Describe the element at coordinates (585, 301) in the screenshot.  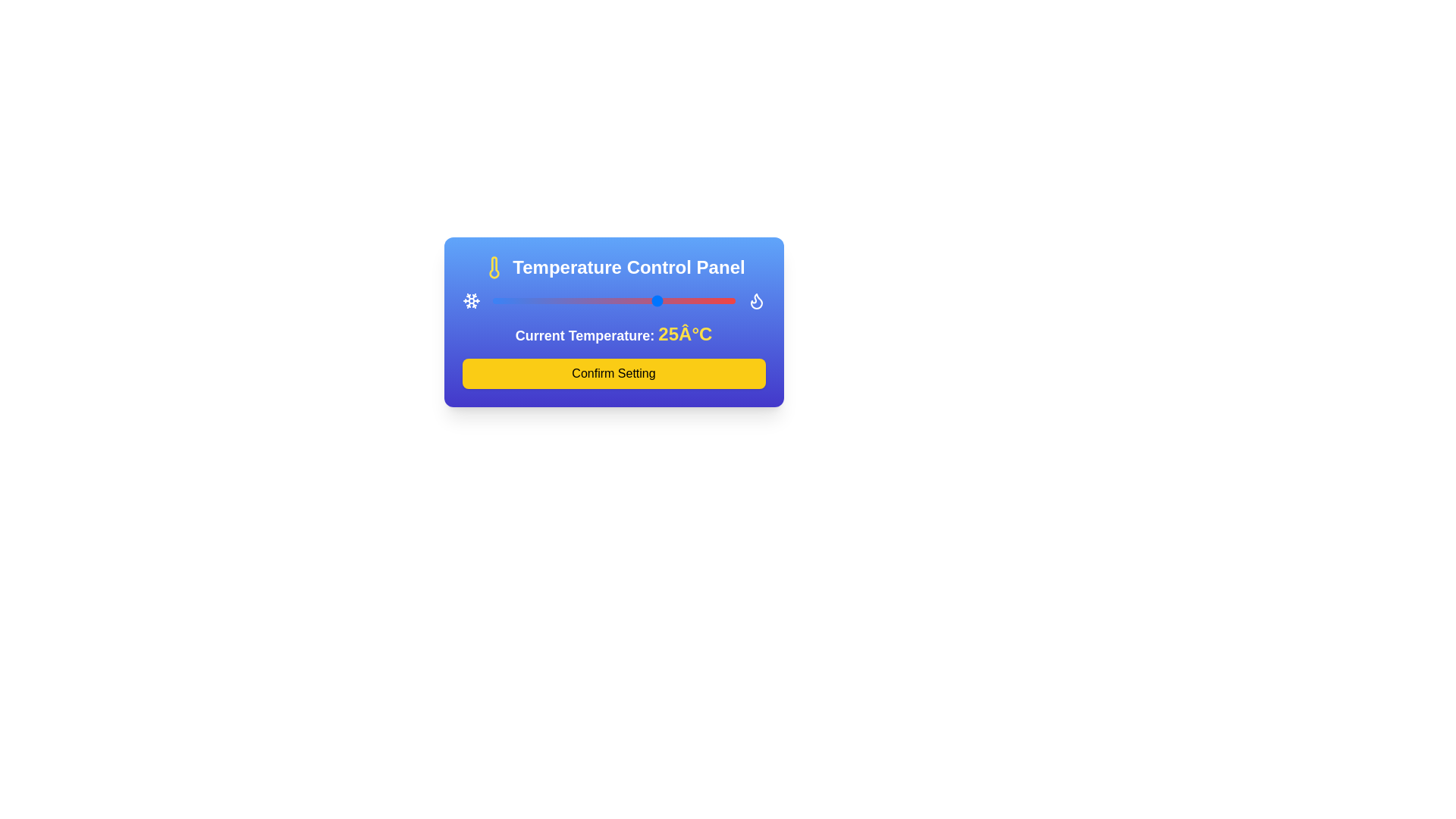
I see `the temperature slider to 1°C` at that location.